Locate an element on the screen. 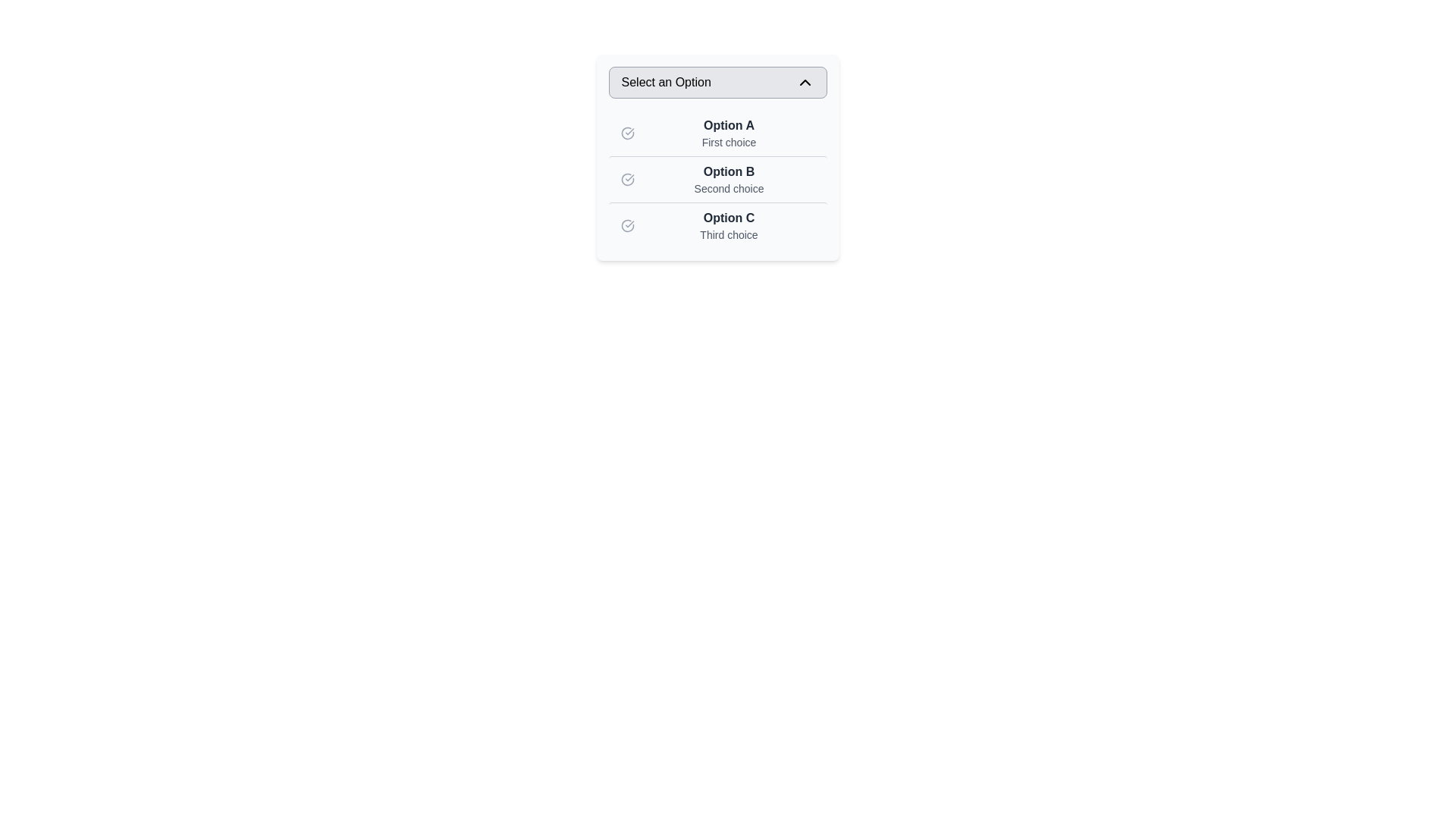 This screenshot has width=1456, height=819. 'Option B: Second choice' in the dropdown list is located at coordinates (717, 178).